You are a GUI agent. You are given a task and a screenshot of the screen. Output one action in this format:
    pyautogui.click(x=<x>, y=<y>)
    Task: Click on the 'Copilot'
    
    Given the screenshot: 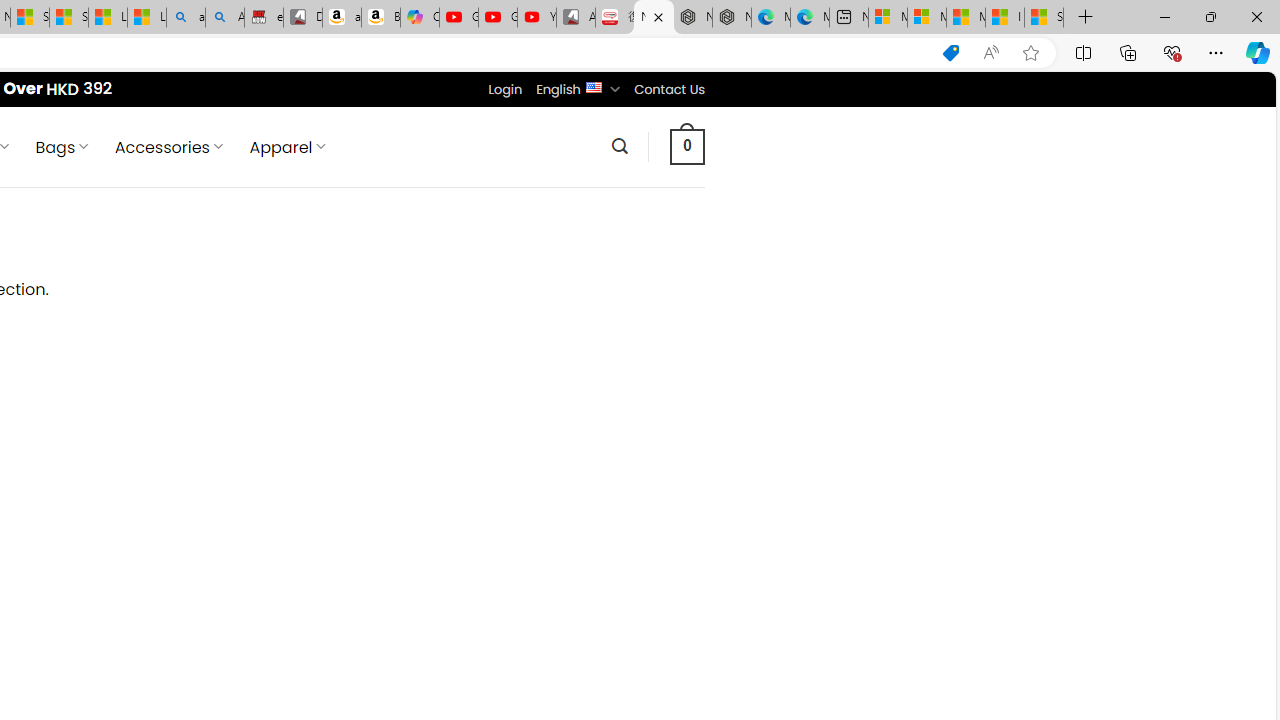 What is the action you would take?
    pyautogui.click(x=418, y=17)
    